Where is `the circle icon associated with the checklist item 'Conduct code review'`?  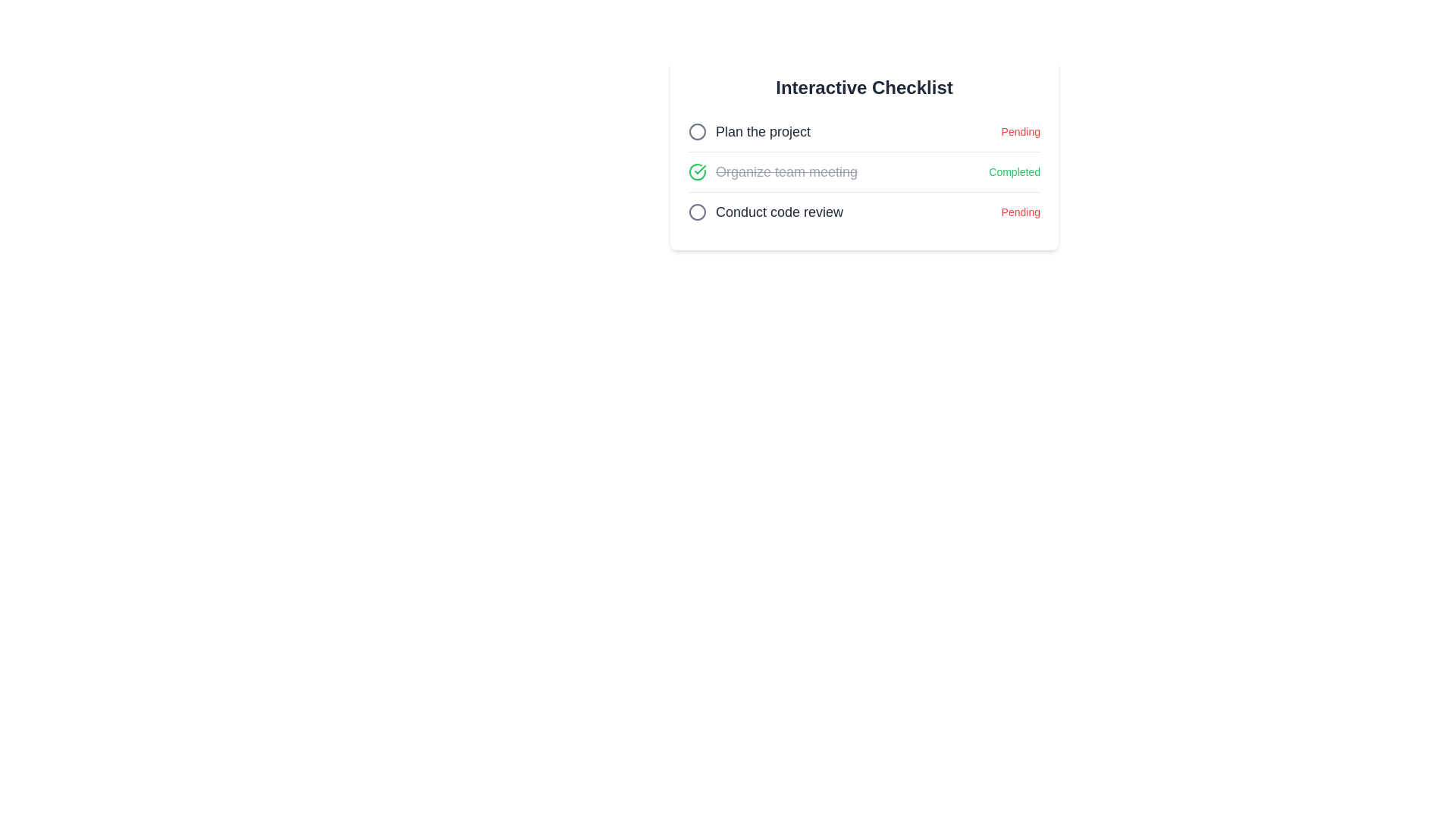
the circle icon associated with the checklist item 'Conduct code review' is located at coordinates (697, 212).